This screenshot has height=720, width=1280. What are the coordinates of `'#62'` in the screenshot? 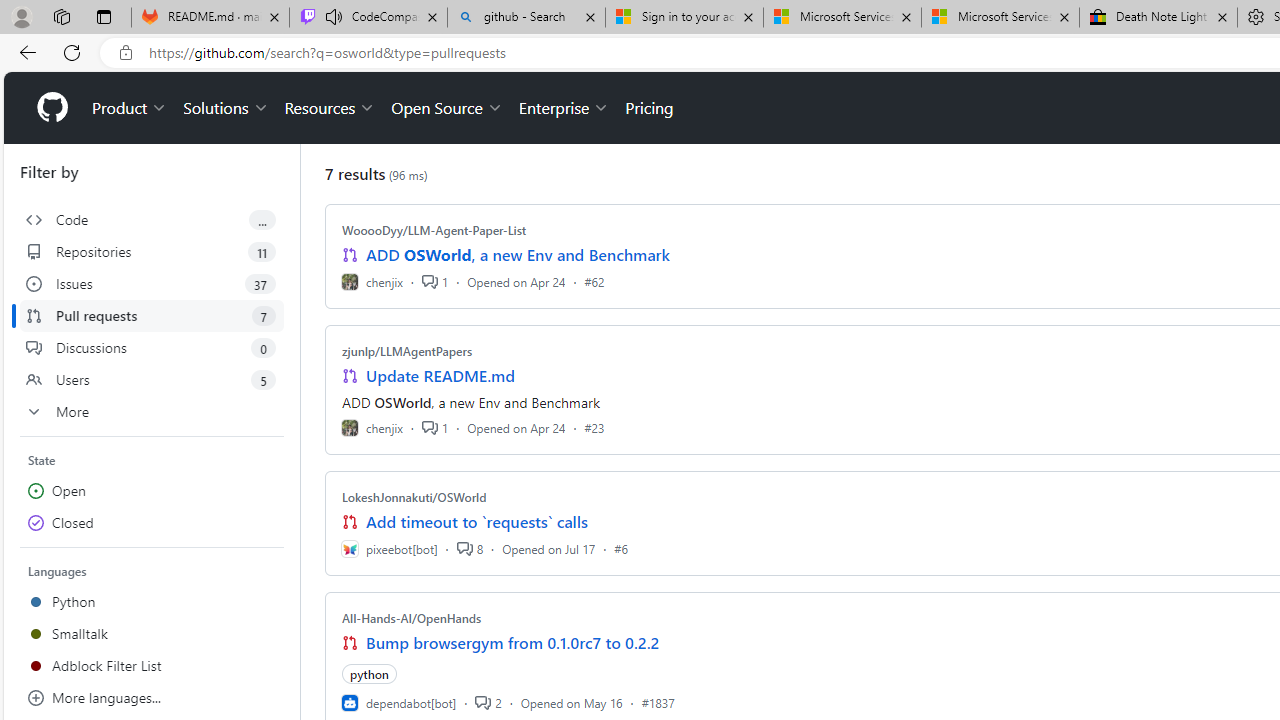 It's located at (593, 281).